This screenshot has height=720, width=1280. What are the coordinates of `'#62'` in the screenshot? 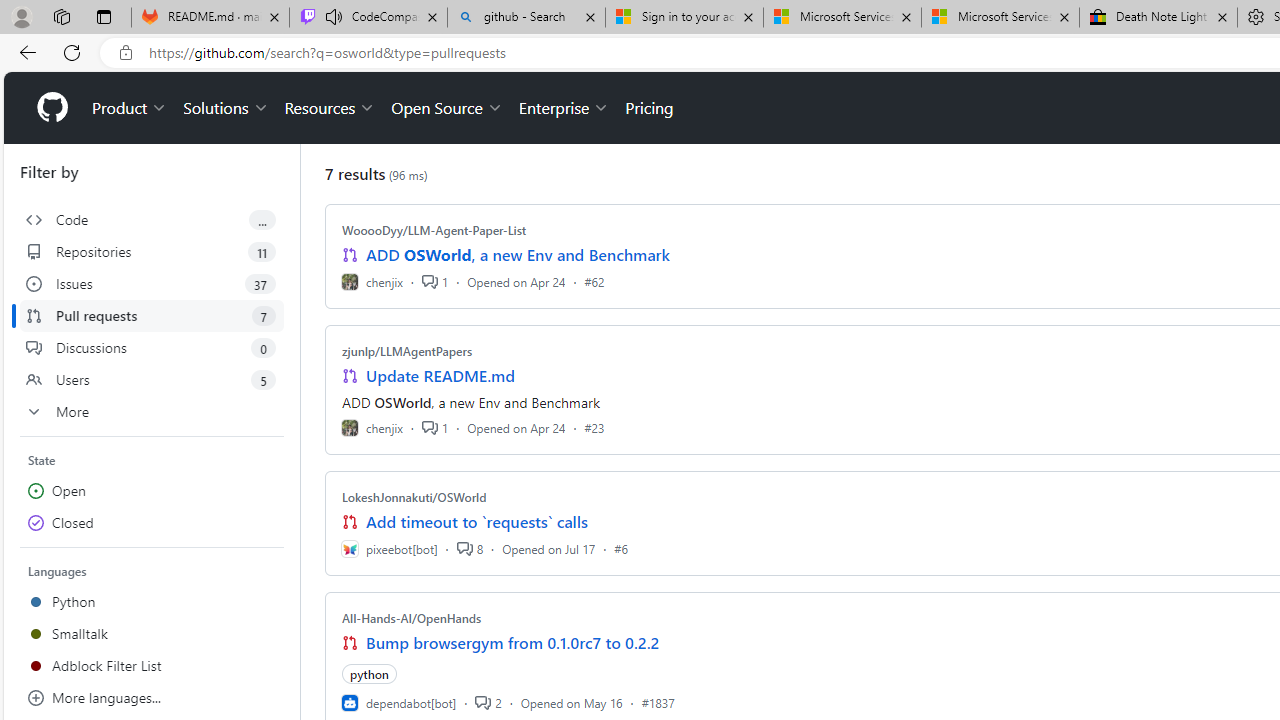 It's located at (593, 281).